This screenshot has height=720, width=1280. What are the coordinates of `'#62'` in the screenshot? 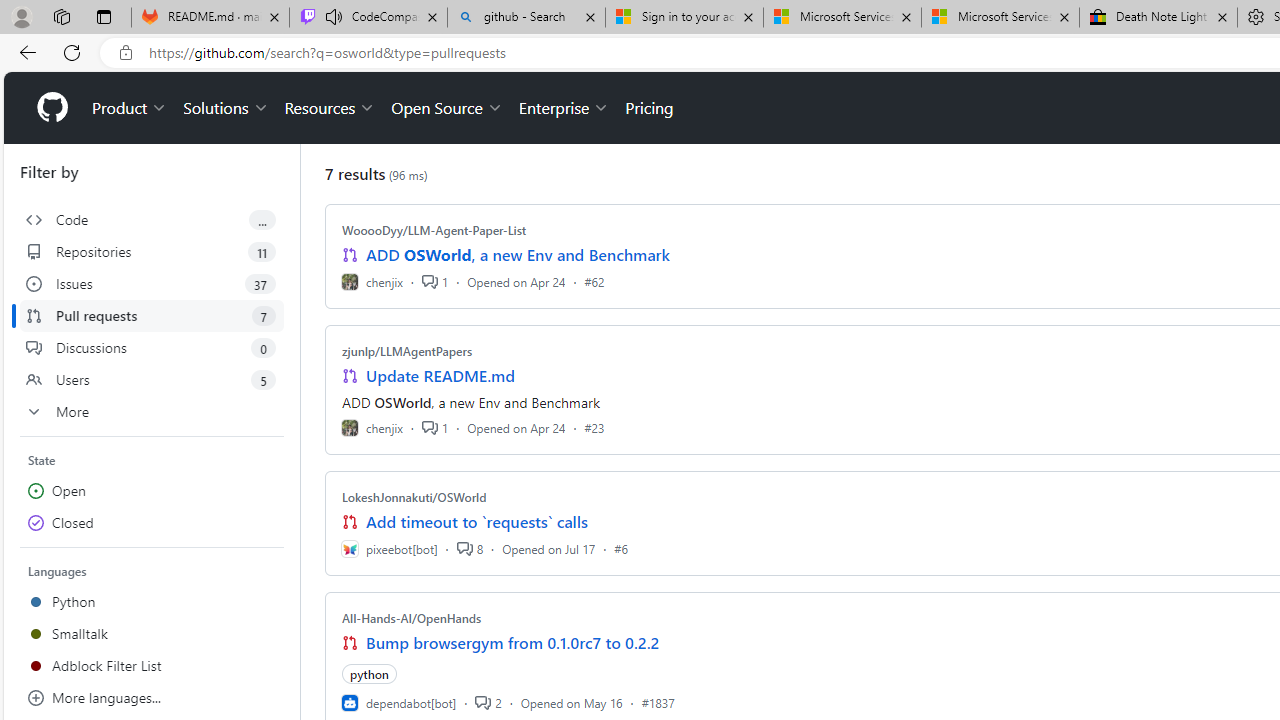 It's located at (593, 281).